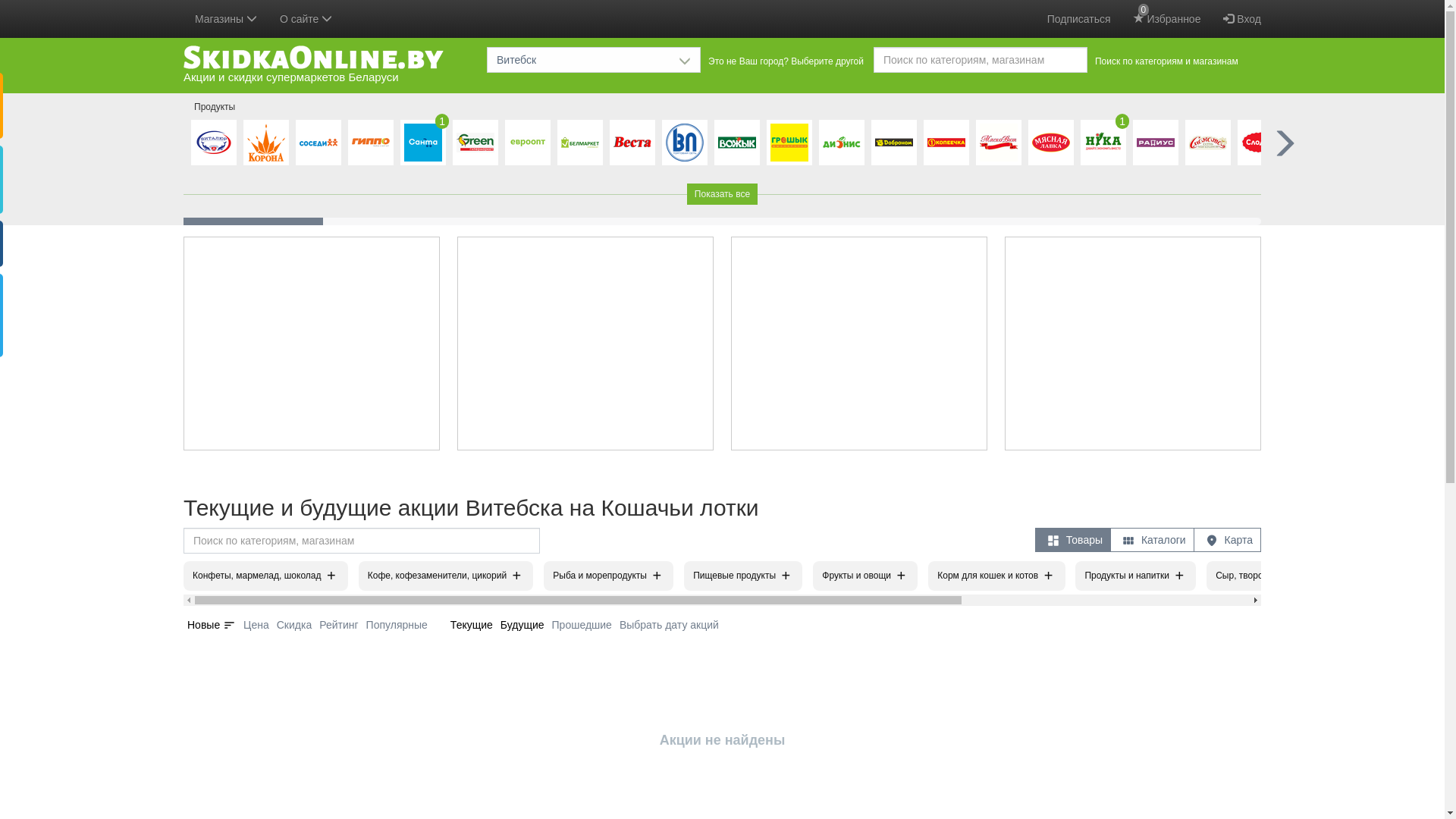  Describe the element at coordinates (475, 143) in the screenshot. I see `'Green'` at that location.